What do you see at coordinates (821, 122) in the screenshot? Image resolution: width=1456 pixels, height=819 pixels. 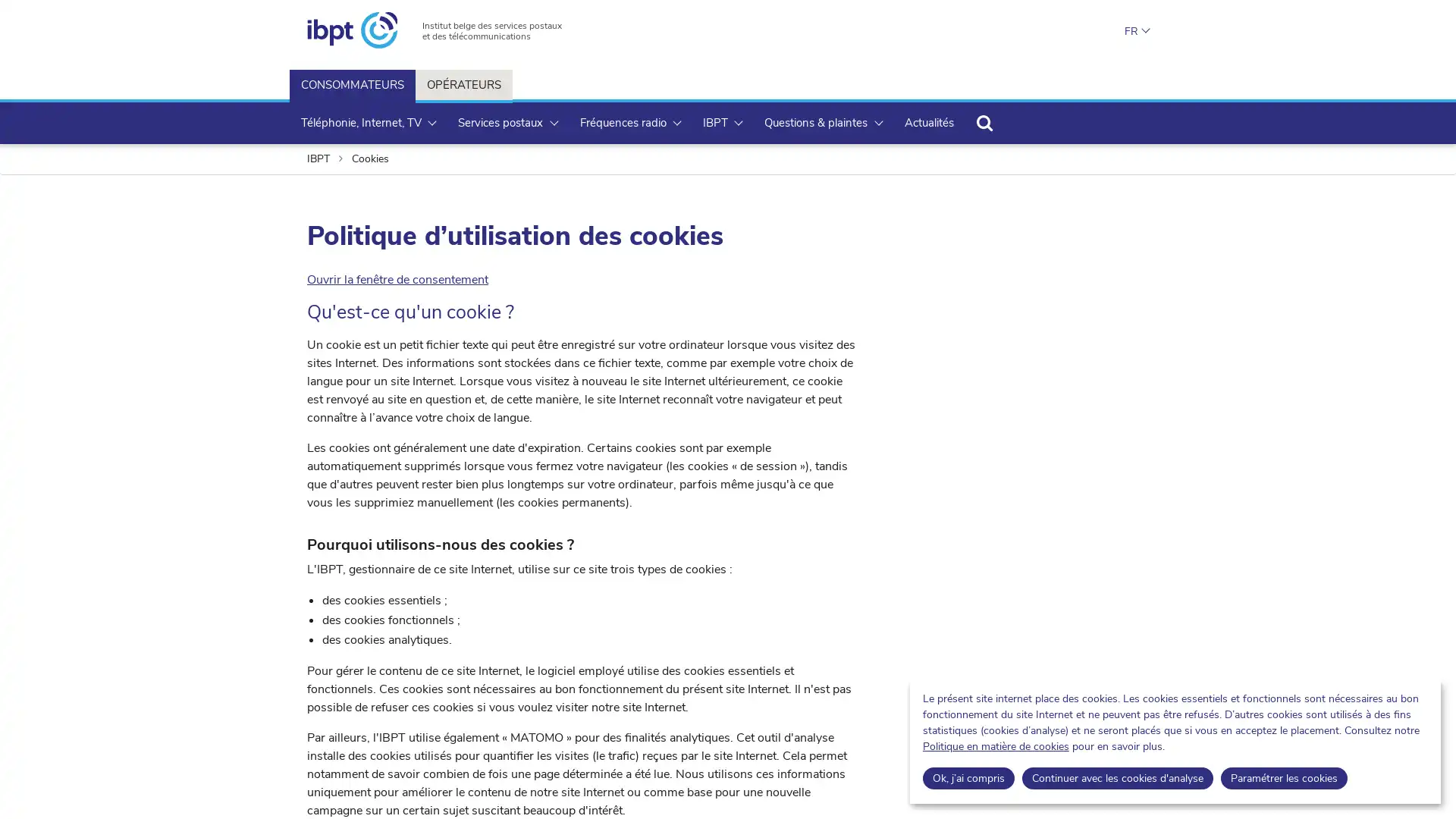 I see `Questions & plaintes` at bounding box center [821, 122].